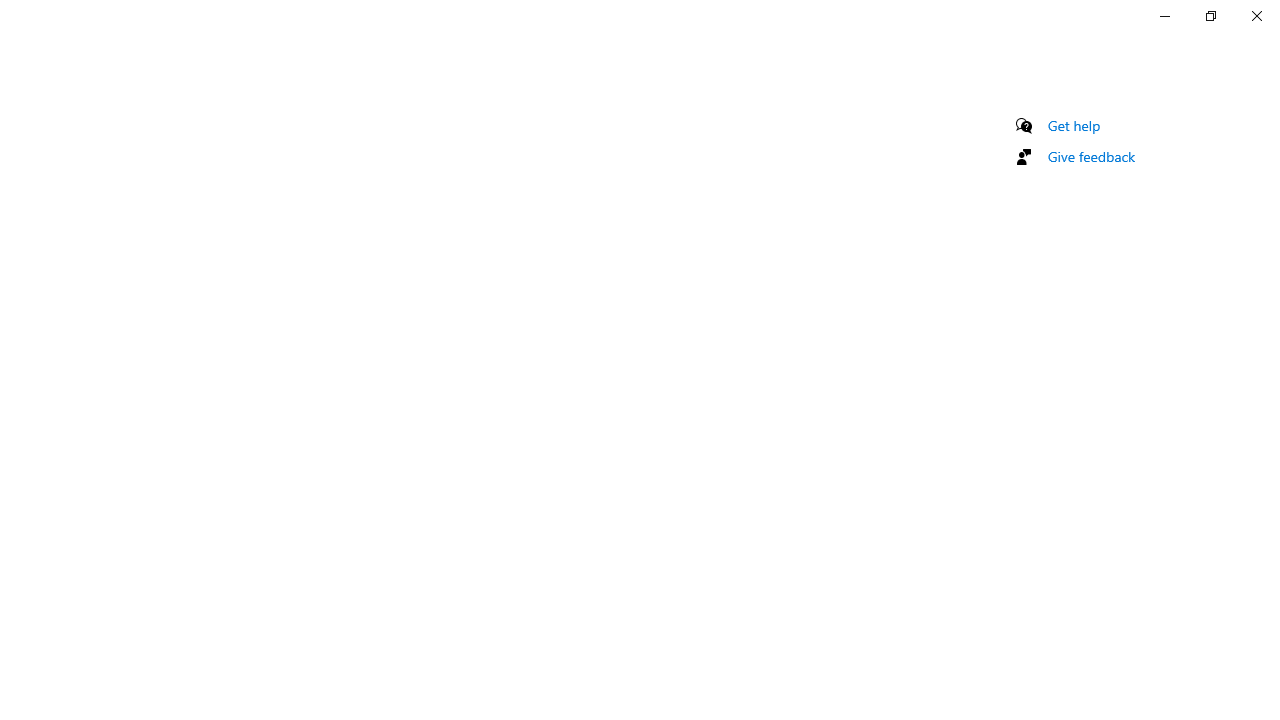 This screenshot has height=720, width=1280. I want to click on 'Restore Settings', so click(1209, 15).